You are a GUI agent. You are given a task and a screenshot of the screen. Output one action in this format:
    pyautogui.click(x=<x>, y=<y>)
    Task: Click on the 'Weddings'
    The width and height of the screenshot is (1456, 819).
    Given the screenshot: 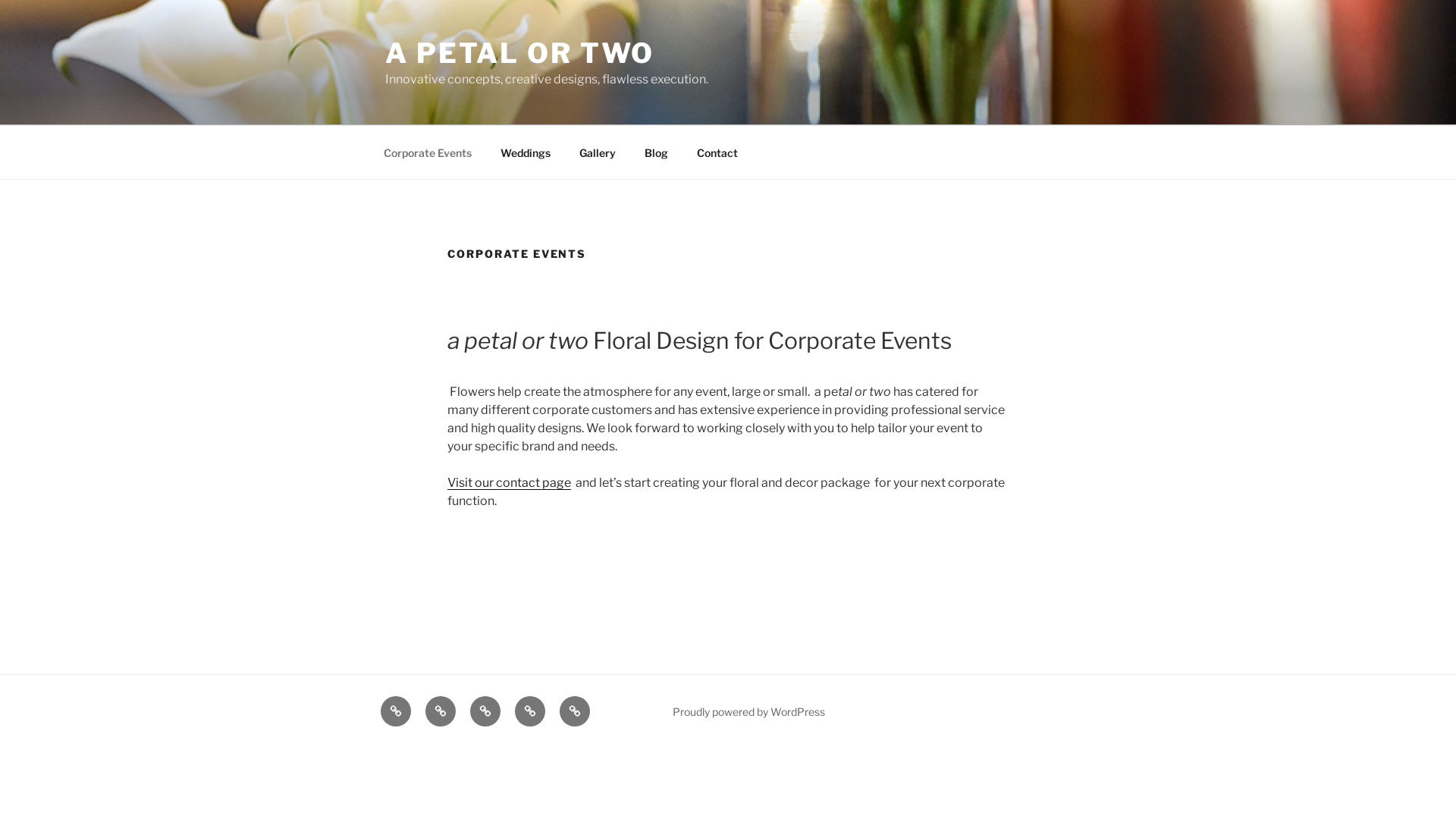 What is the action you would take?
    pyautogui.click(x=439, y=711)
    